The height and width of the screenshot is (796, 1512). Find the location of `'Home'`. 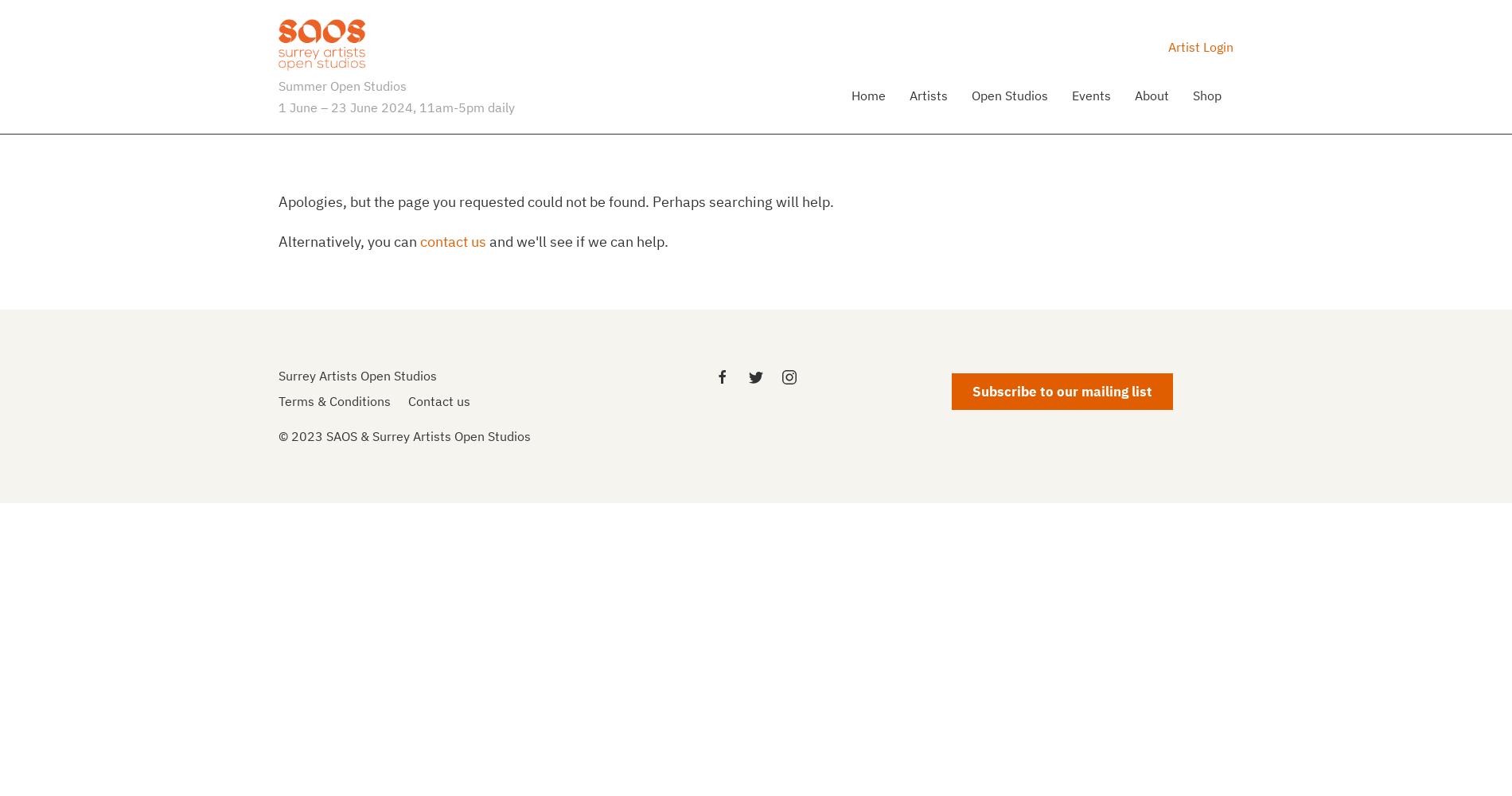

'Home' is located at coordinates (868, 93).